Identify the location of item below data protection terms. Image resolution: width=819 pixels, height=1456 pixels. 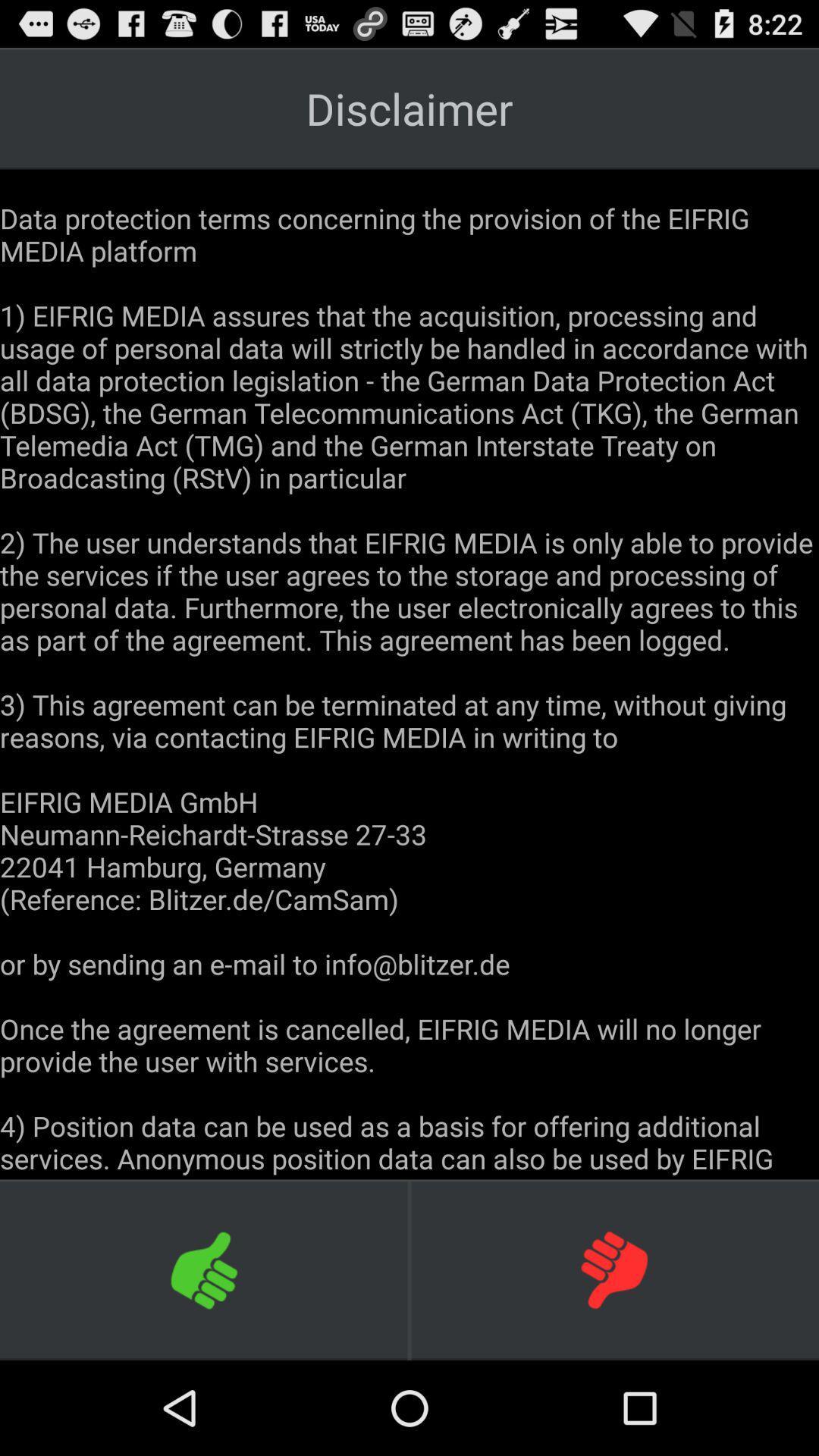
(614, 1269).